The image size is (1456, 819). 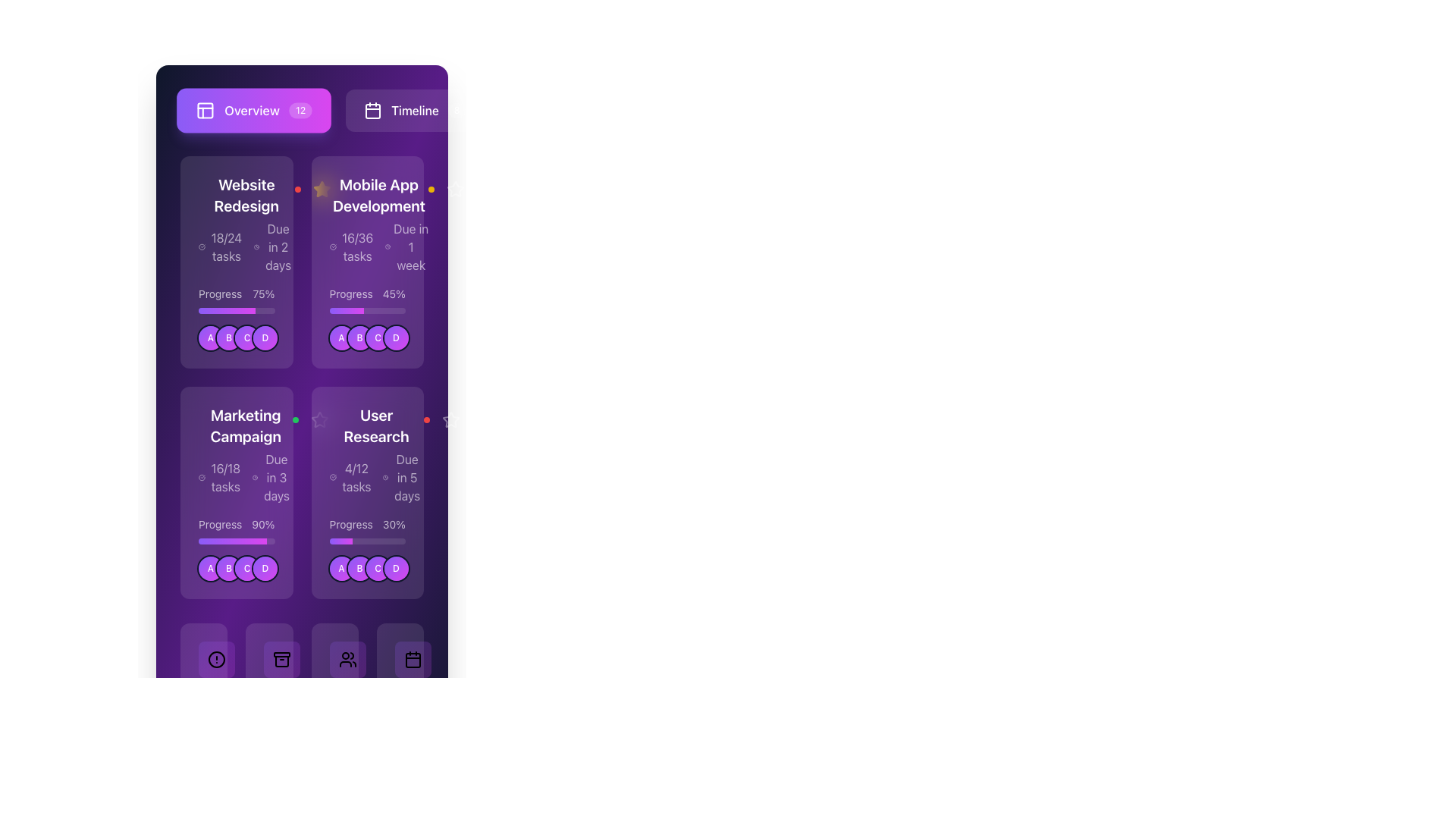 What do you see at coordinates (232, 540) in the screenshot?
I see `the horizontal progress bar featuring a gradient fill transitioning from purple to pink, located within the 'Marketing Campaign' card under the 'Progress' section` at bounding box center [232, 540].